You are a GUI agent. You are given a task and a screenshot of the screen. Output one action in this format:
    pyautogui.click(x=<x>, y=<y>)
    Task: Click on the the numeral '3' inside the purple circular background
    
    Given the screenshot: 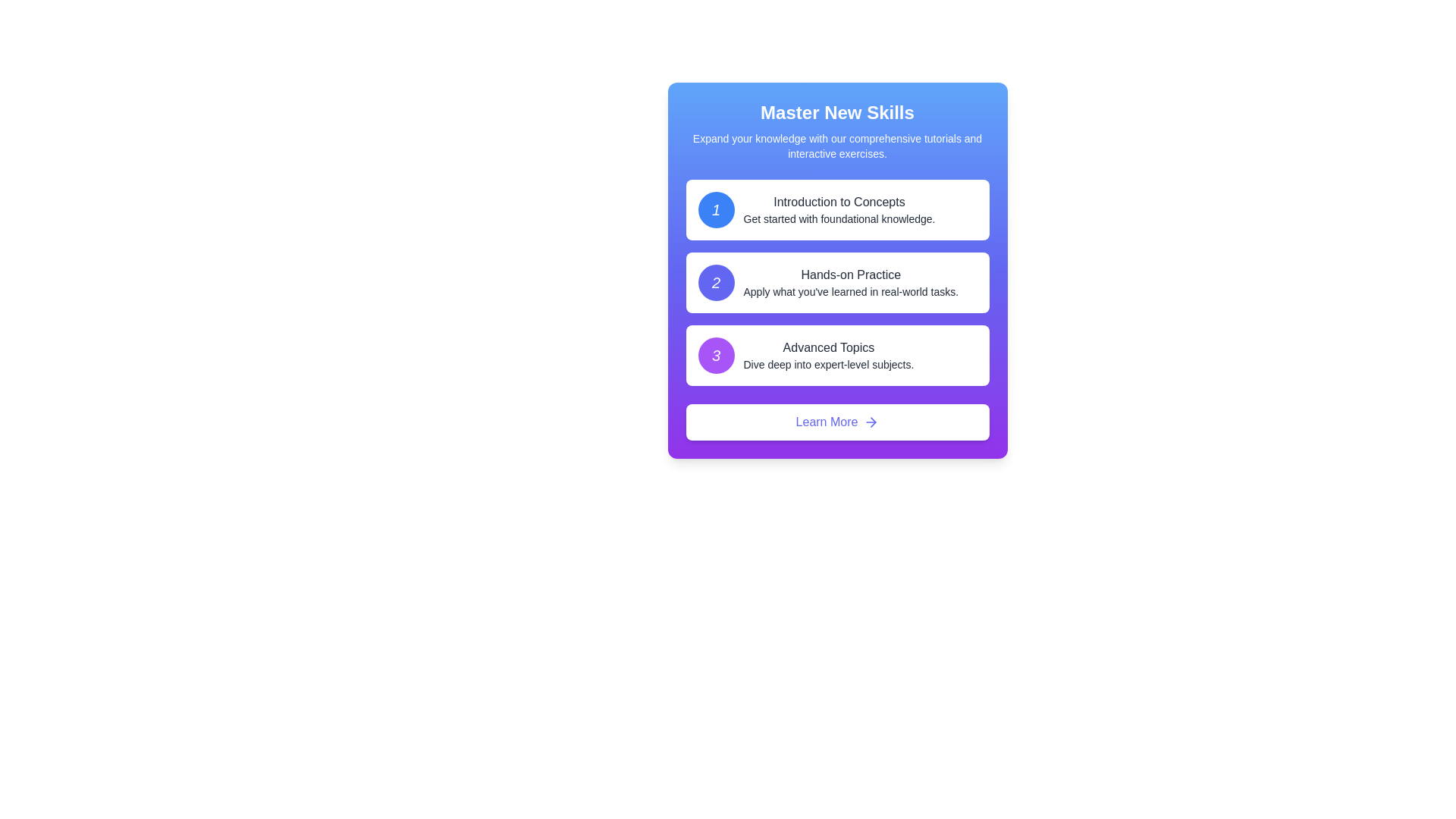 What is the action you would take?
    pyautogui.click(x=715, y=356)
    